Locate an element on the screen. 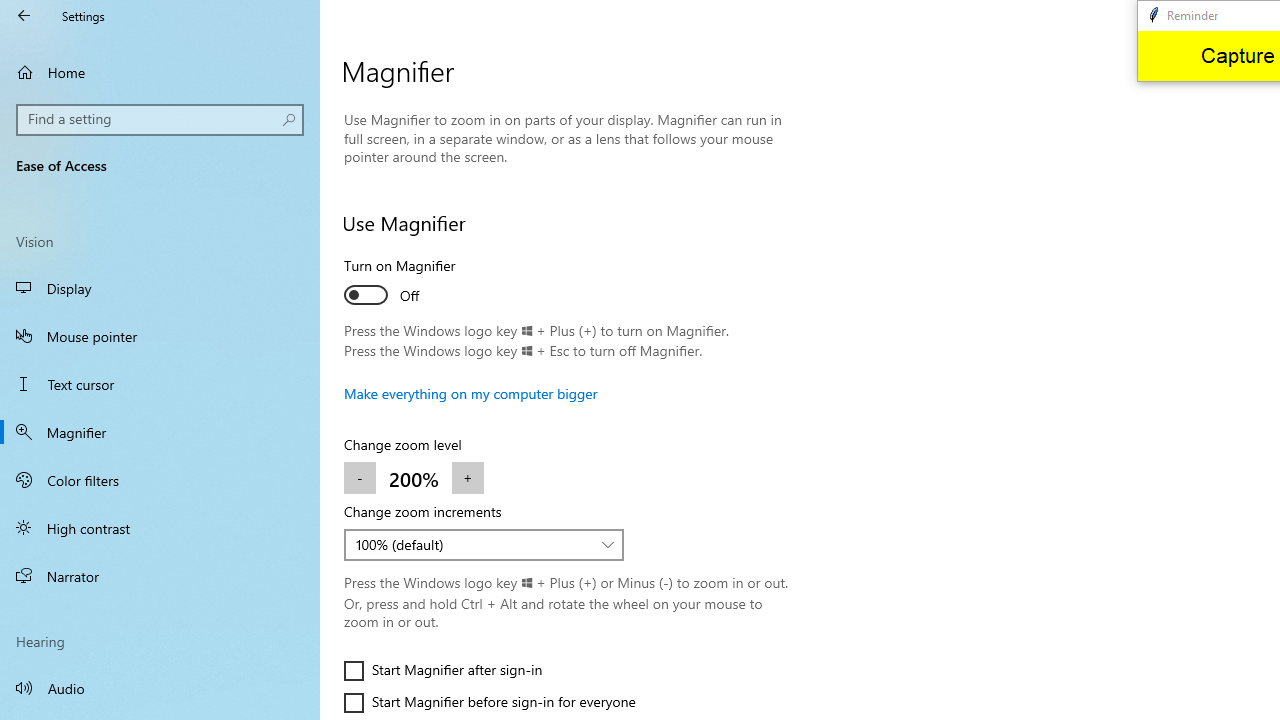 The height and width of the screenshot is (720, 1280). 'Start Magnifier after sign-in' is located at coordinates (442, 671).